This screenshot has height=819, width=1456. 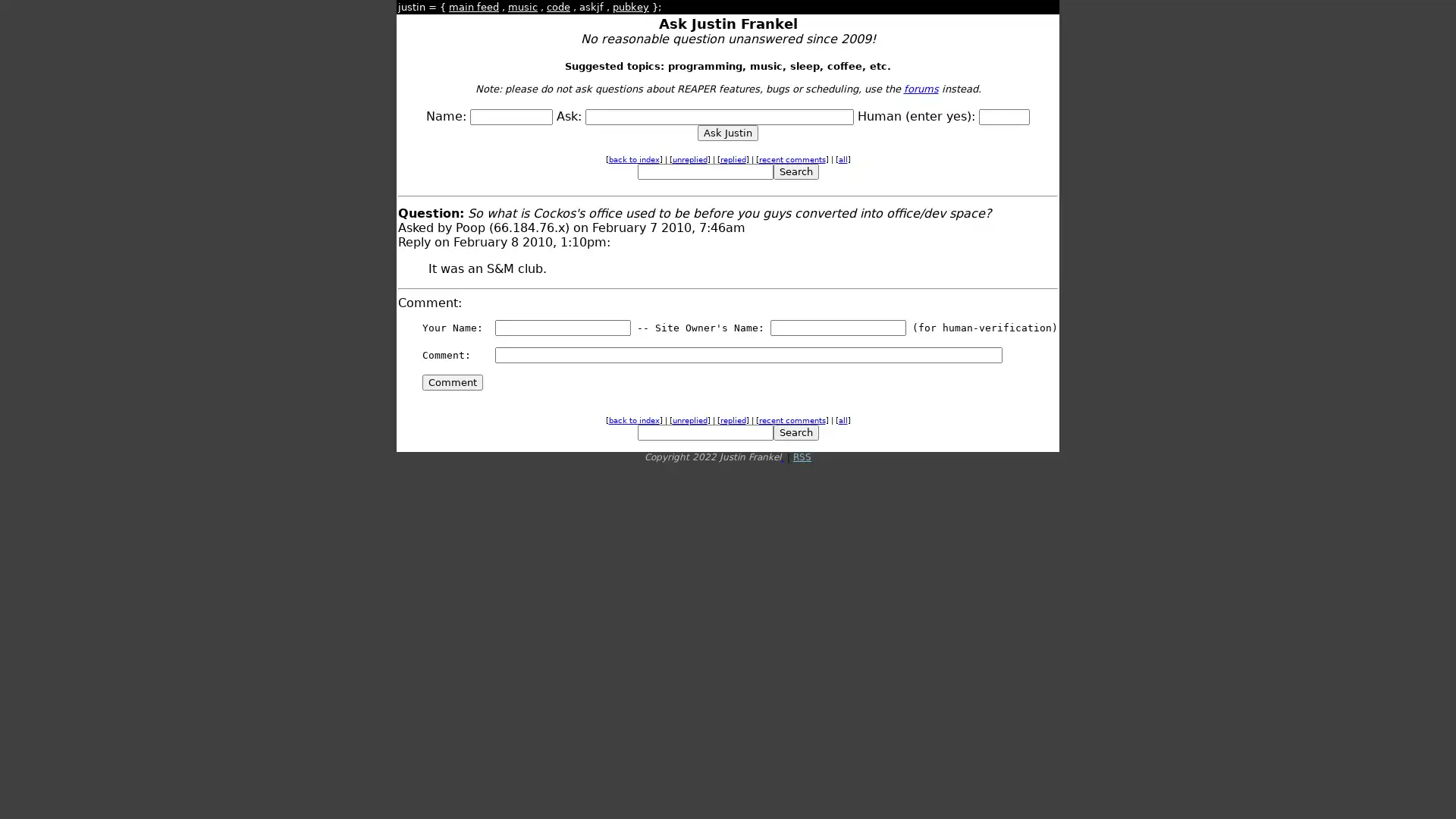 I want to click on Search, so click(x=795, y=432).